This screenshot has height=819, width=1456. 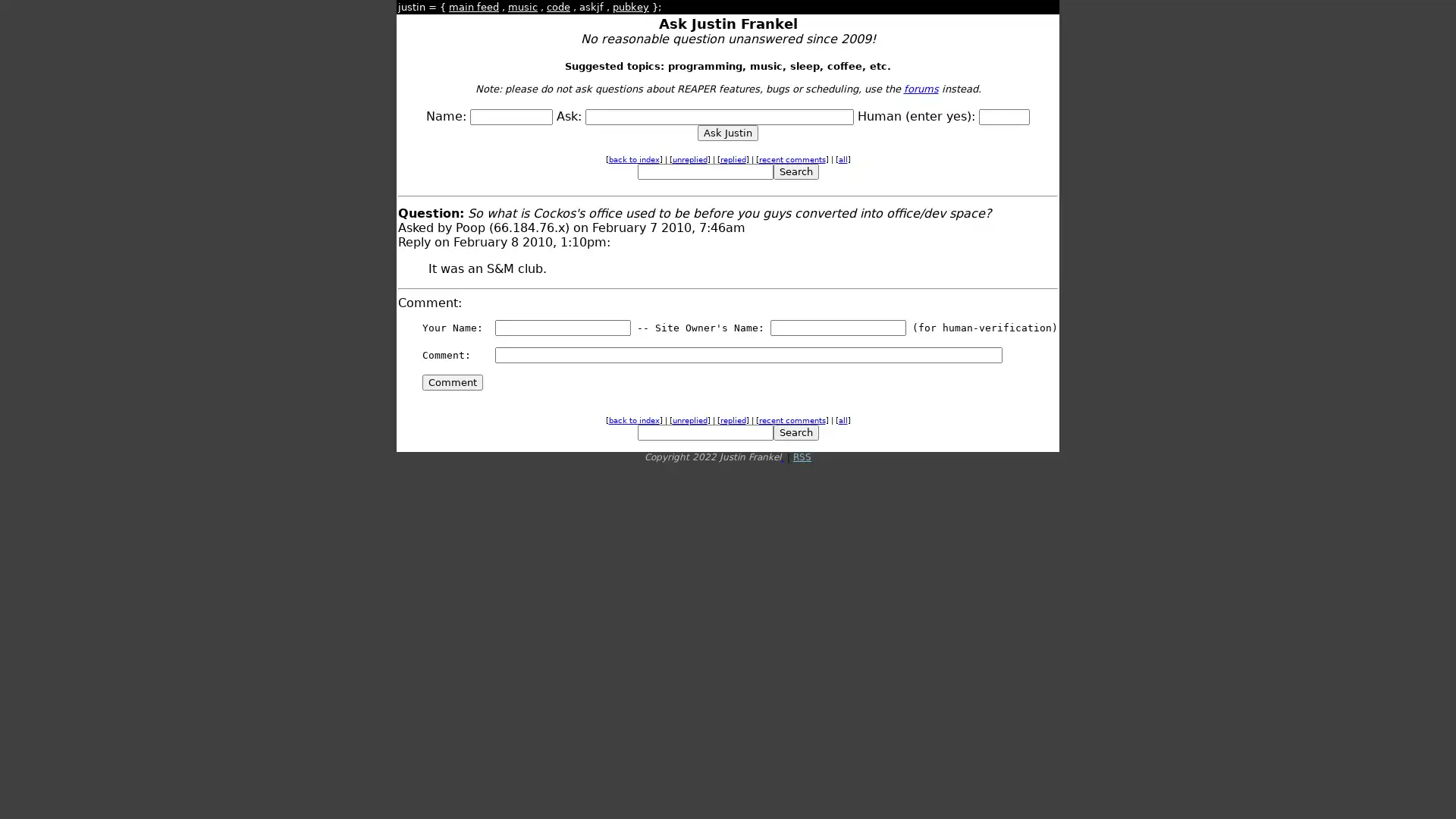 I want to click on Search, so click(x=795, y=432).